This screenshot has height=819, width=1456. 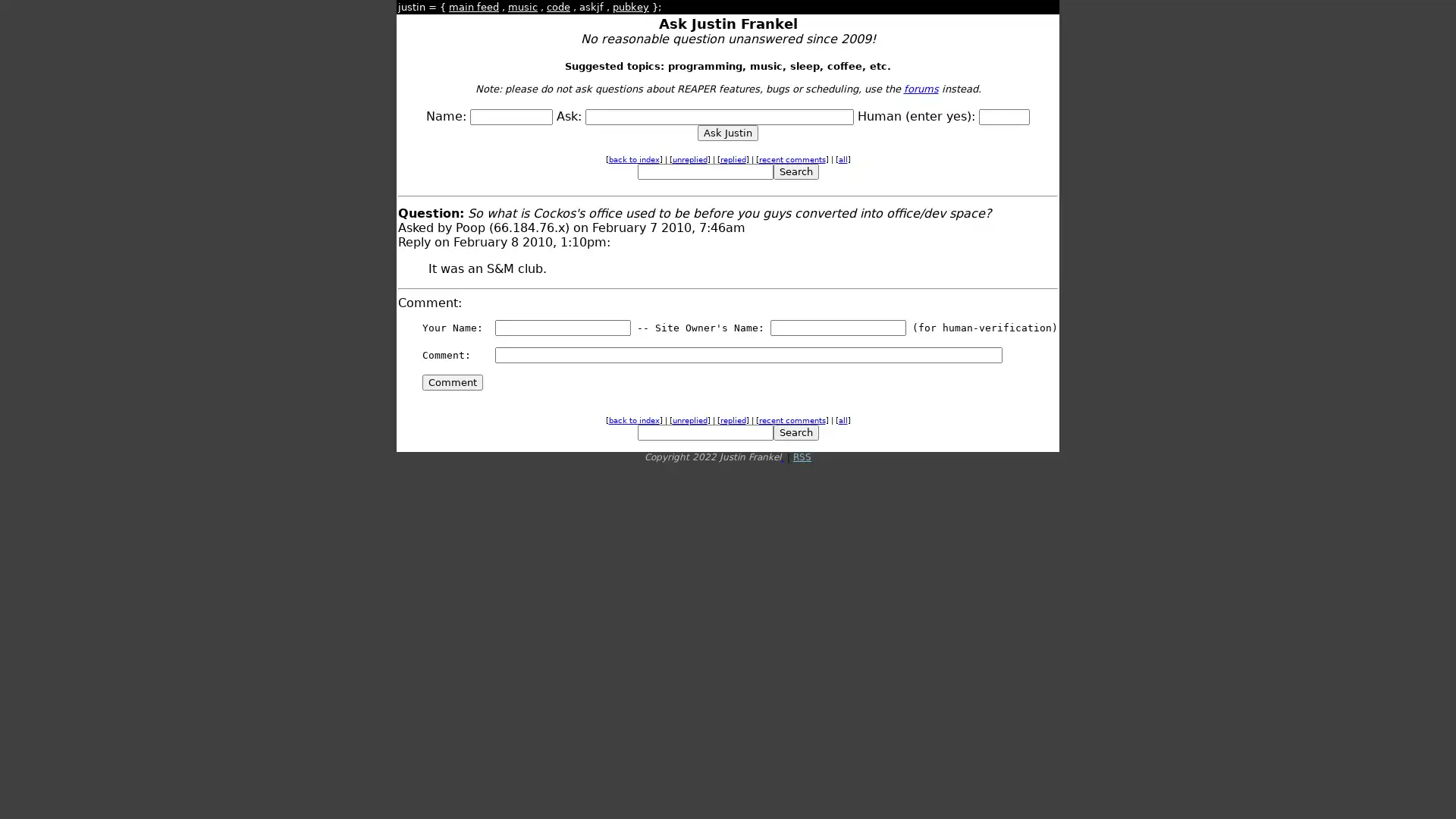 I want to click on Search, so click(x=795, y=432).